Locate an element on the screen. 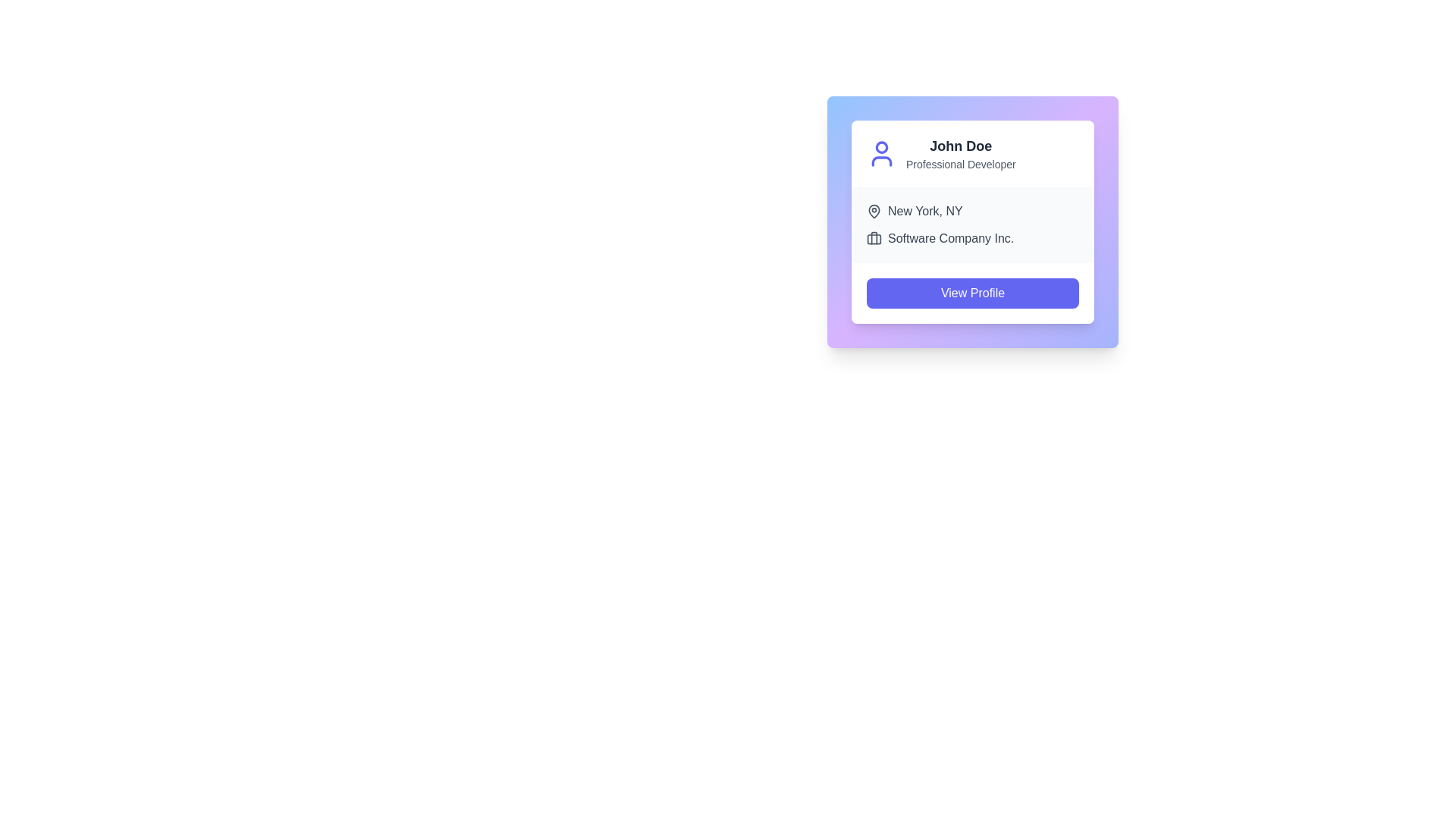 The height and width of the screenshot is (819, 1456). the SVG graphic circle element representing the user's profile avatar, located at the top left quadrant of the profile card is located at coordinates (881, 146).